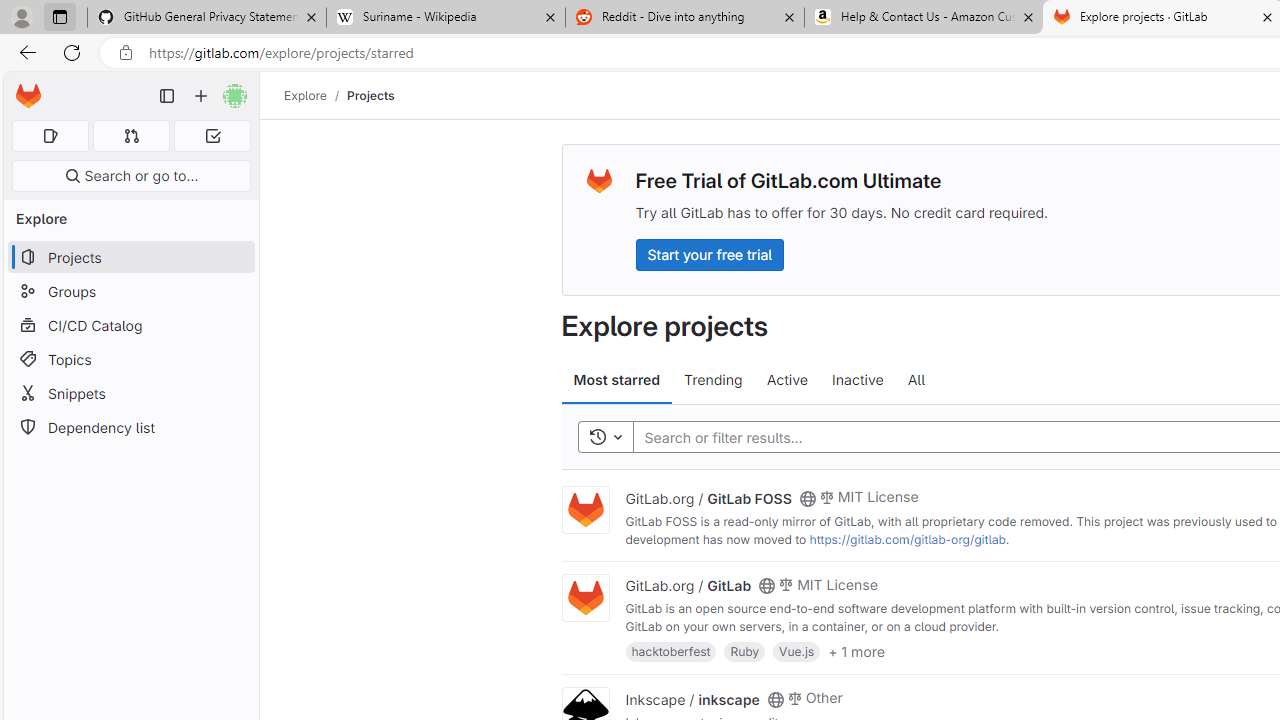 The image size is (1280, 720). What do you see at coordinates (793, 696) in the screenshot?
I see `'Class: s14 gl-mr-2'` at bounding box center [793, 696].